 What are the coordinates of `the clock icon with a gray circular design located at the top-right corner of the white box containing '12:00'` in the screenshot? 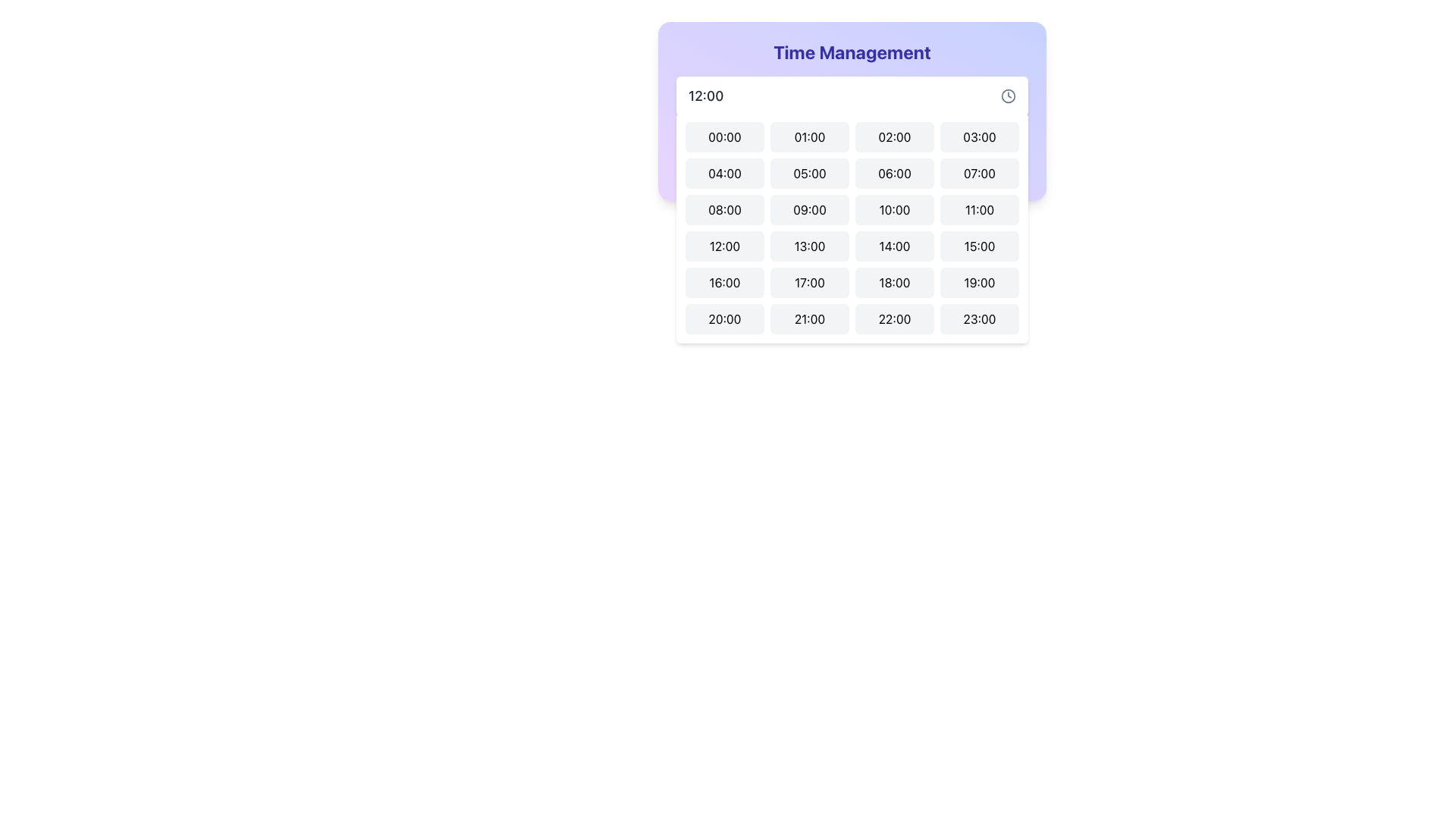 It's located at (1008, 96).